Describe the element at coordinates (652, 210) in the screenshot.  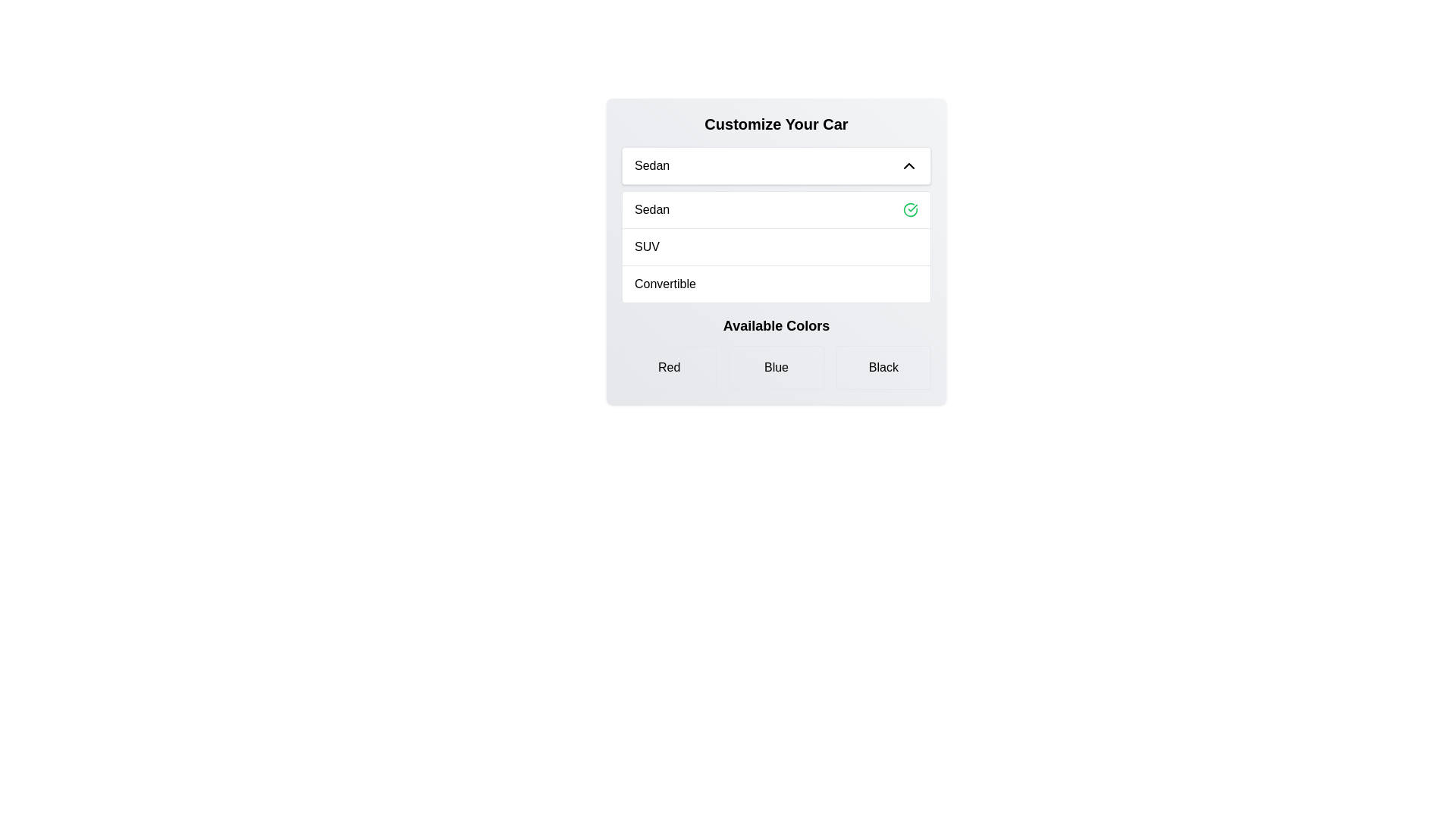
I see `the 'Sedan' text label within the dropdown menu` at that location.